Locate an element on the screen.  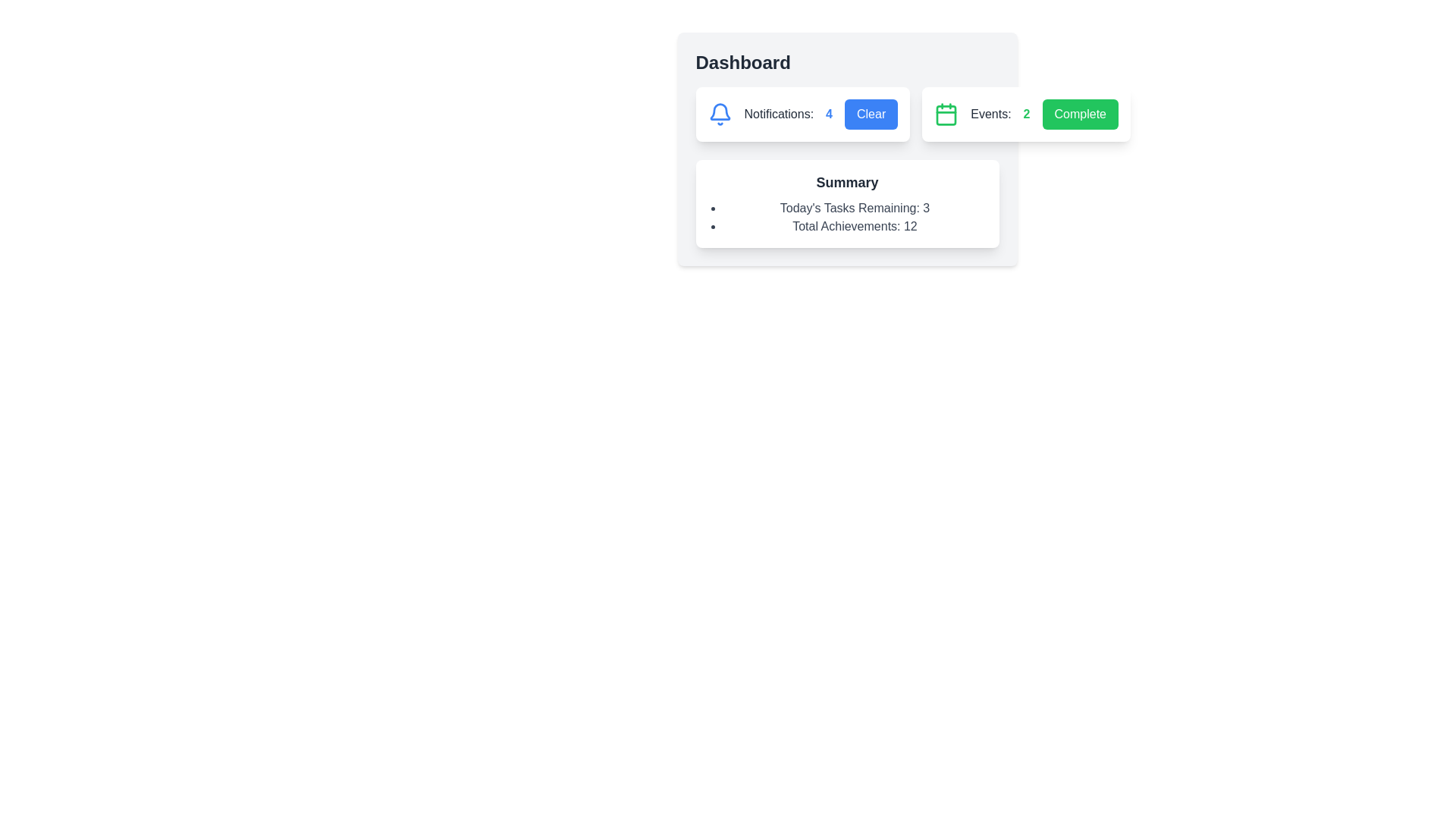
notification count from the Notification Panel which has a white background, a bell icon, and a 'Clear' button is located at coordinates (802, 113).